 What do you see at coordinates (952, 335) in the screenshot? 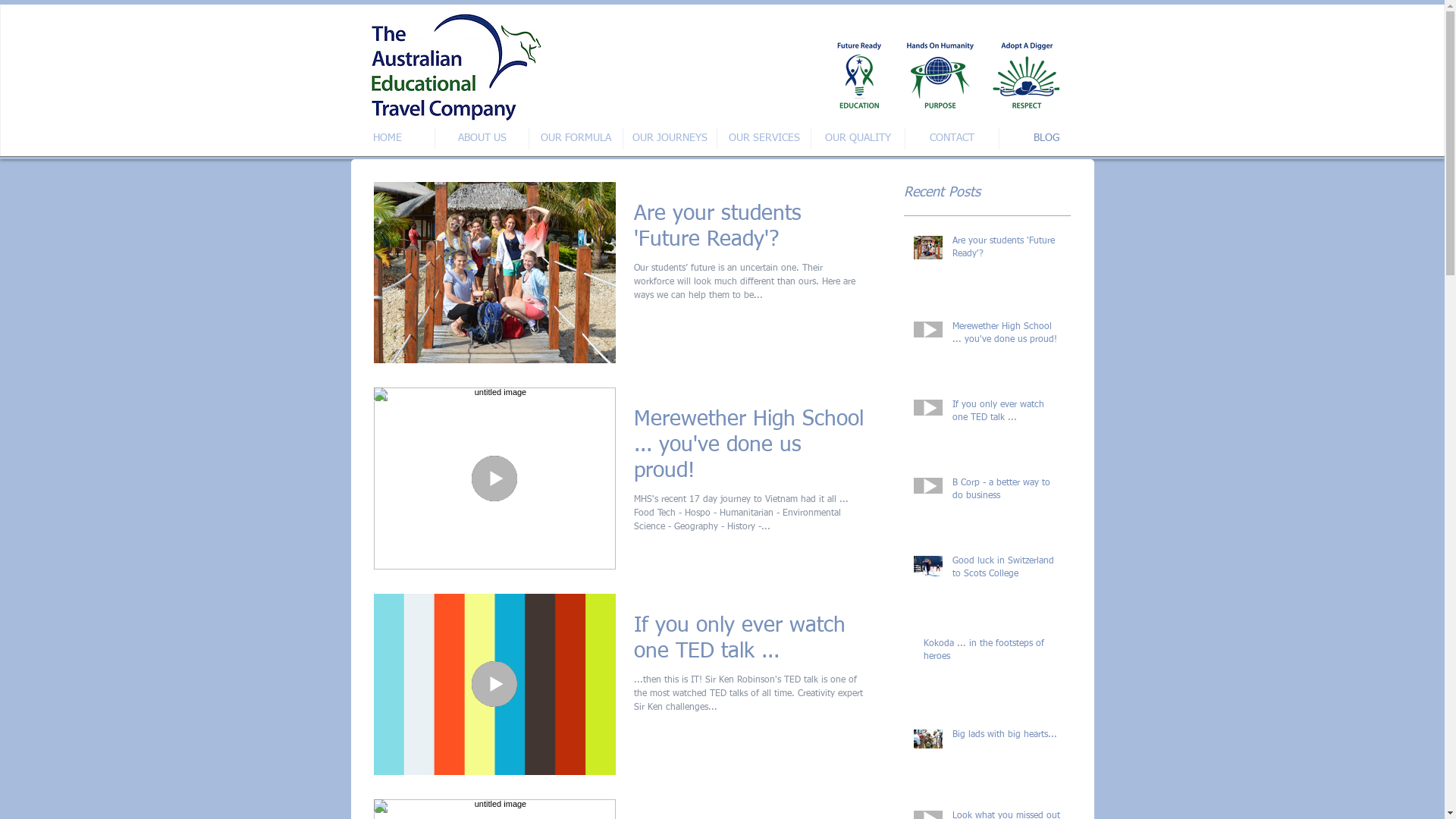
I see `'Merewether High School ... you've done us proud!'` at bounding box center [952, 335].